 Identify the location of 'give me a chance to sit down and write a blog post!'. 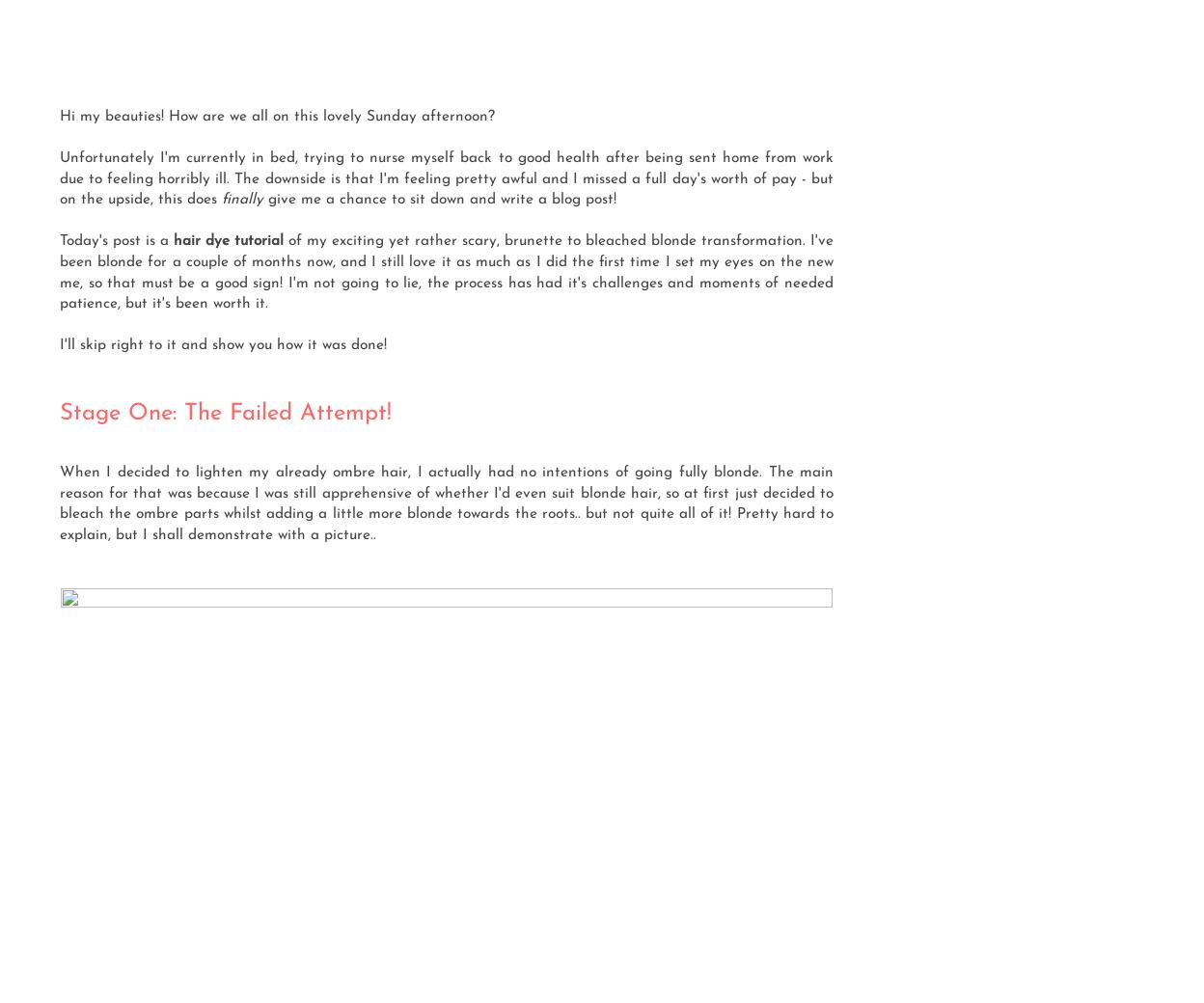
(442, 199).